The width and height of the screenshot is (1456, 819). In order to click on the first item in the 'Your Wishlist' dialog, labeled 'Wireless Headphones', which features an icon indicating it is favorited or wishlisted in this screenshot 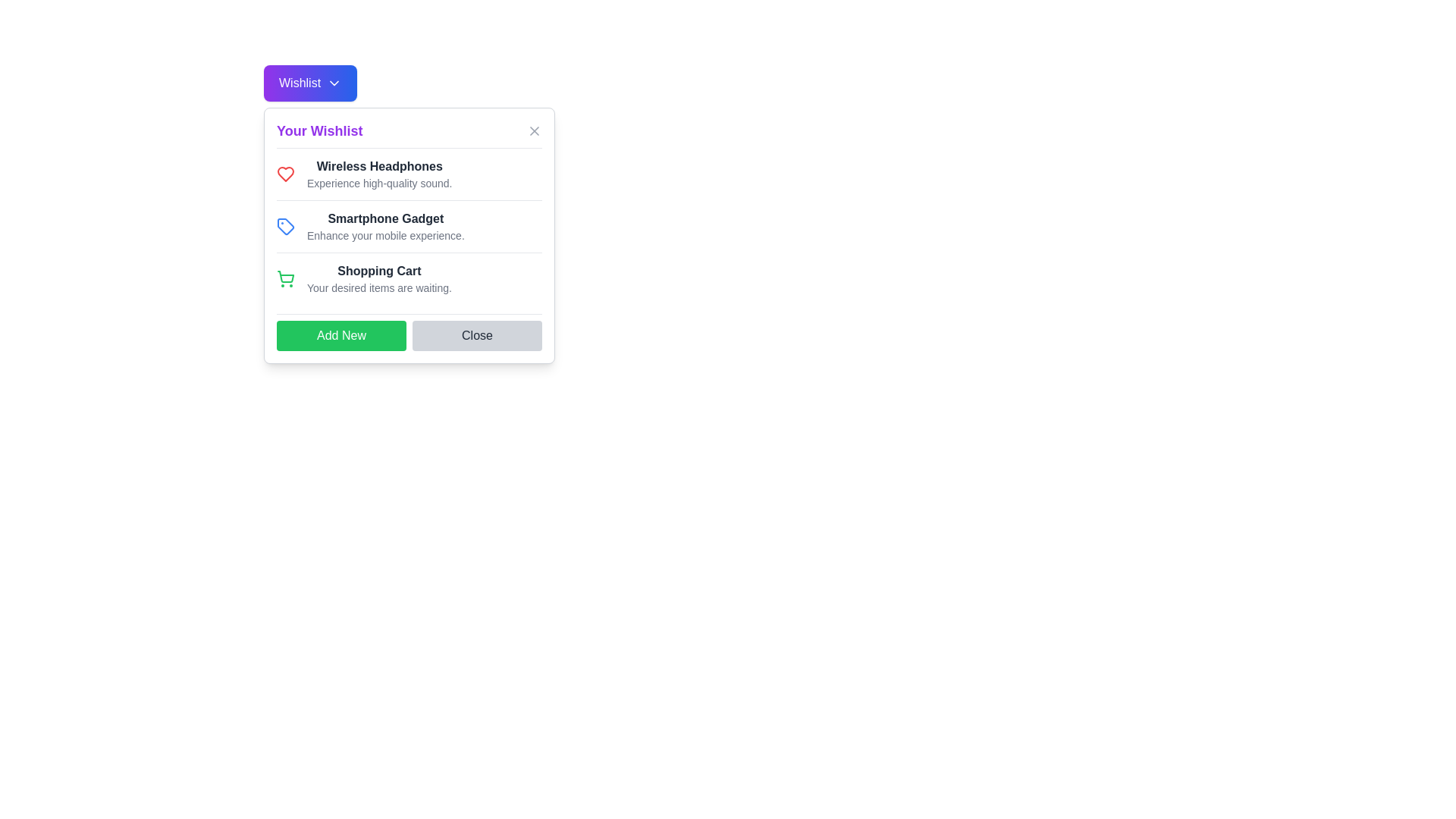, I will do `click(409, 174)`.